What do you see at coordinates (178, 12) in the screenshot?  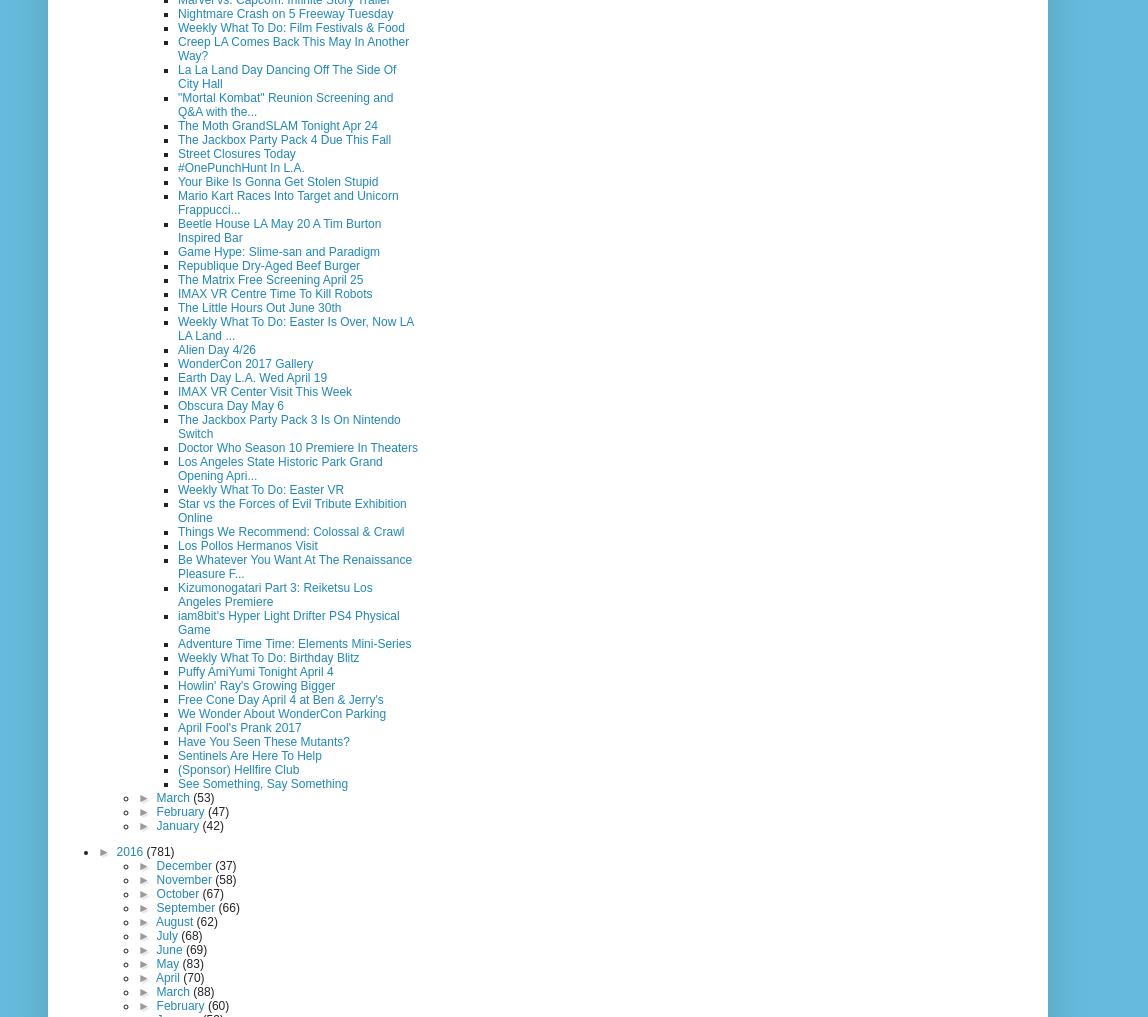 I see `'Nightmare Crash on 5 Freeway Tuesday'` at bounding box center [178, 12].